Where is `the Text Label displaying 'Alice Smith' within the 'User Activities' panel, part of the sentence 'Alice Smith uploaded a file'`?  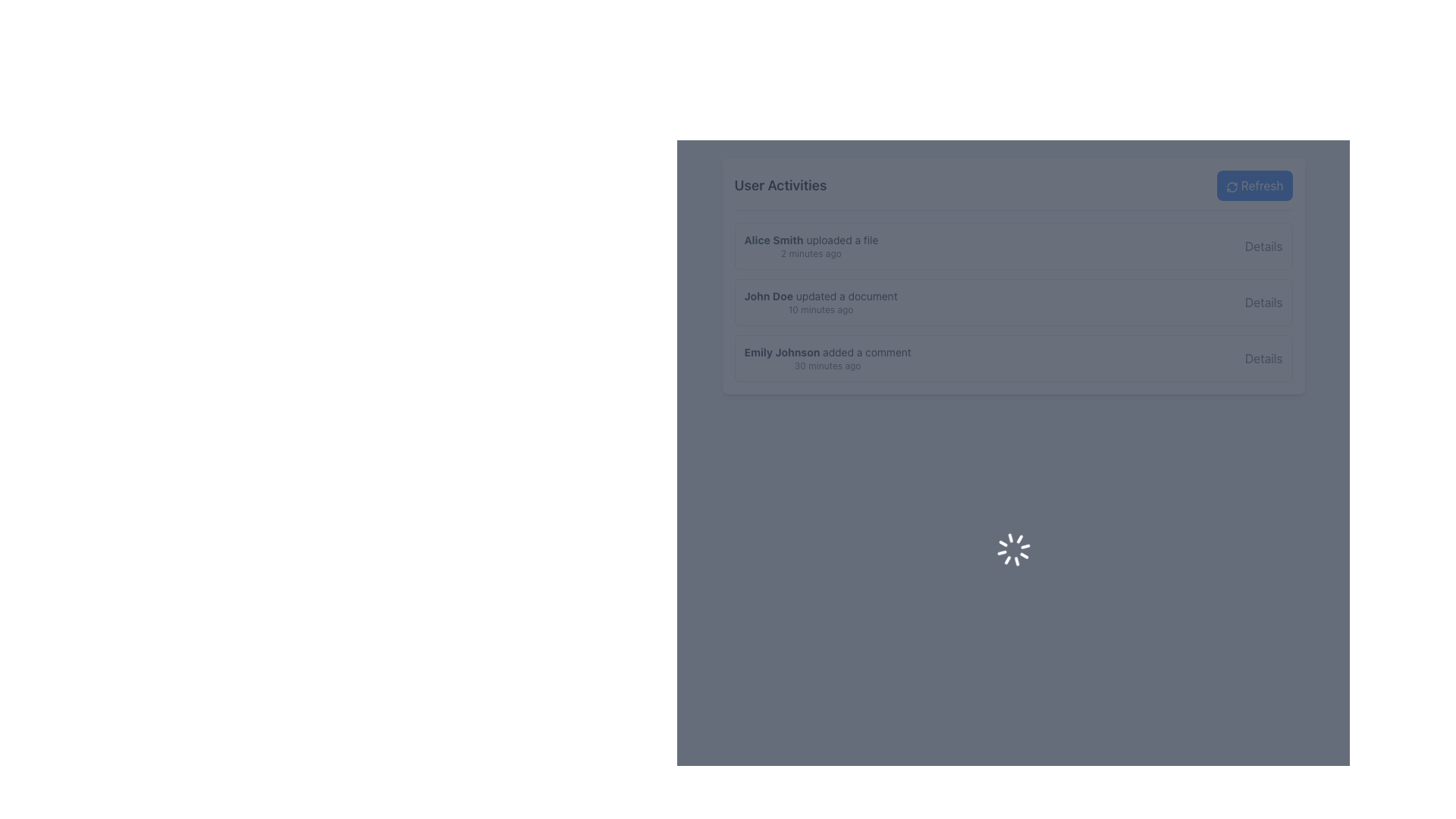
the Text Label displaying 'Alice Smith' within the 'User Activities' panel, part of the sentence 'Alice Smith uploaded a file' is located at coordinates (773, 239).